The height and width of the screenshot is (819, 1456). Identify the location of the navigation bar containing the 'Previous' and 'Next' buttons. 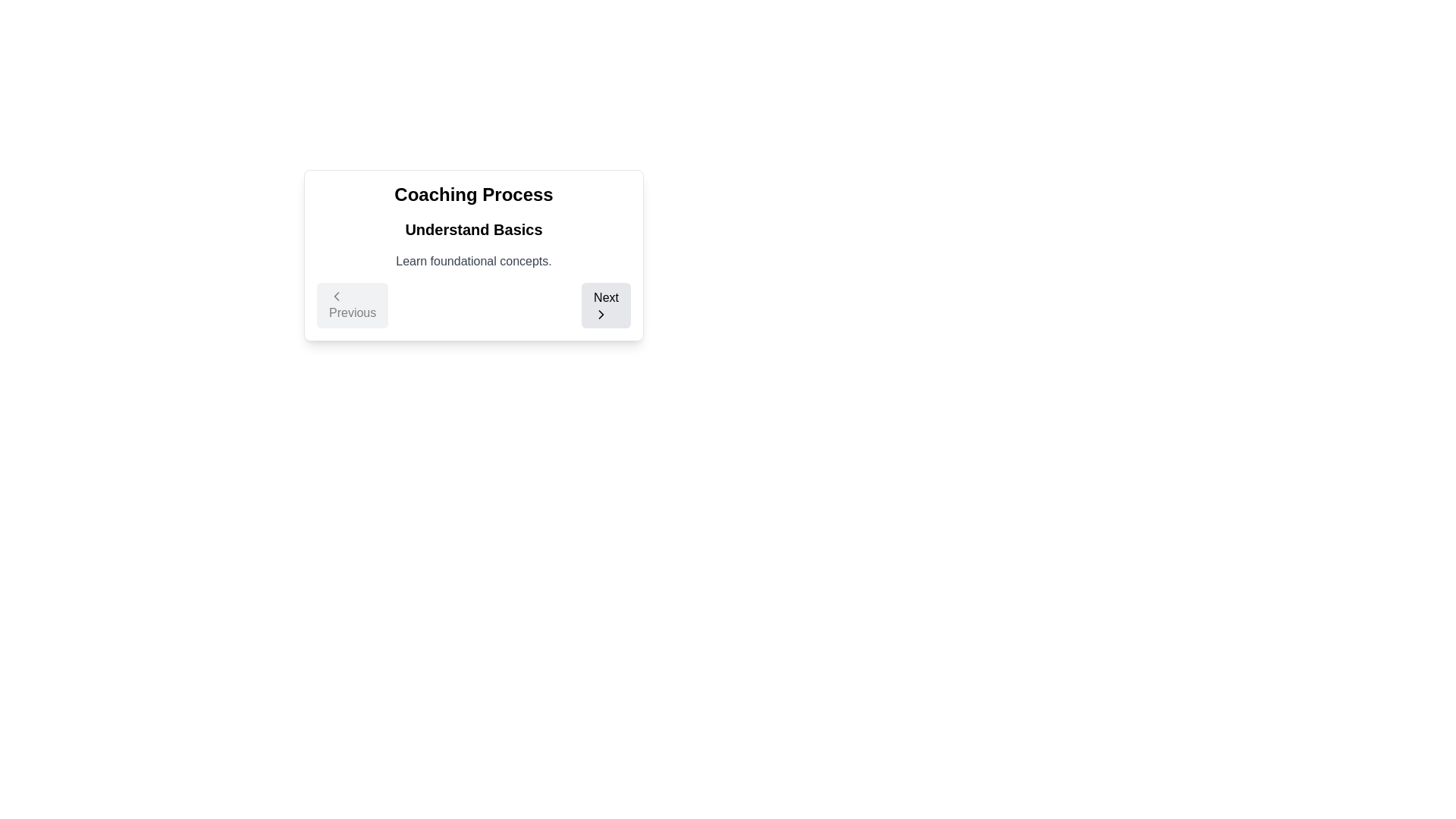
(472, 305).